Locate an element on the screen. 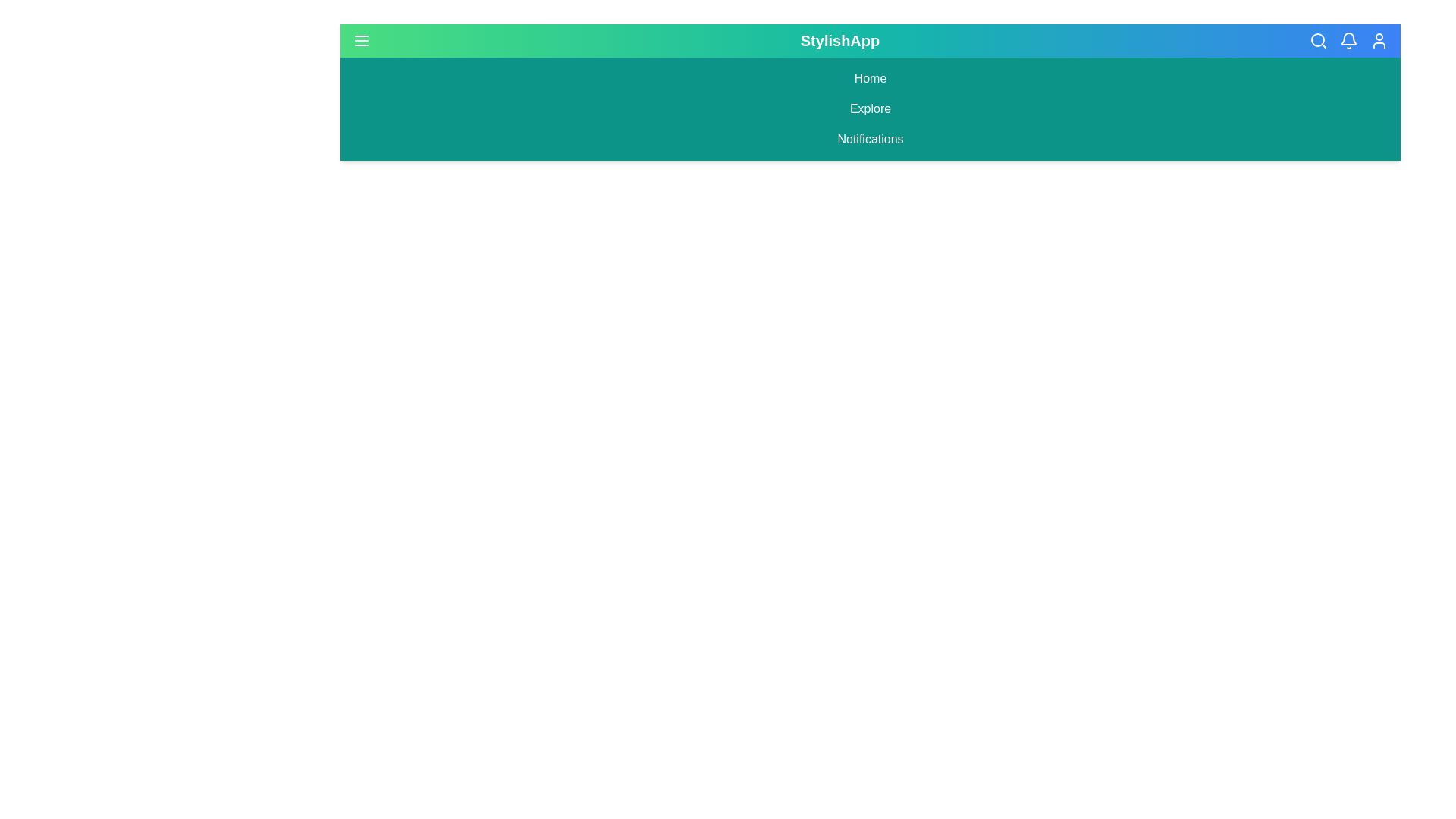 Image resolution: width=1456 pixels, height=819 pixels. the navigation link Home is located at coordinates (870, 79).